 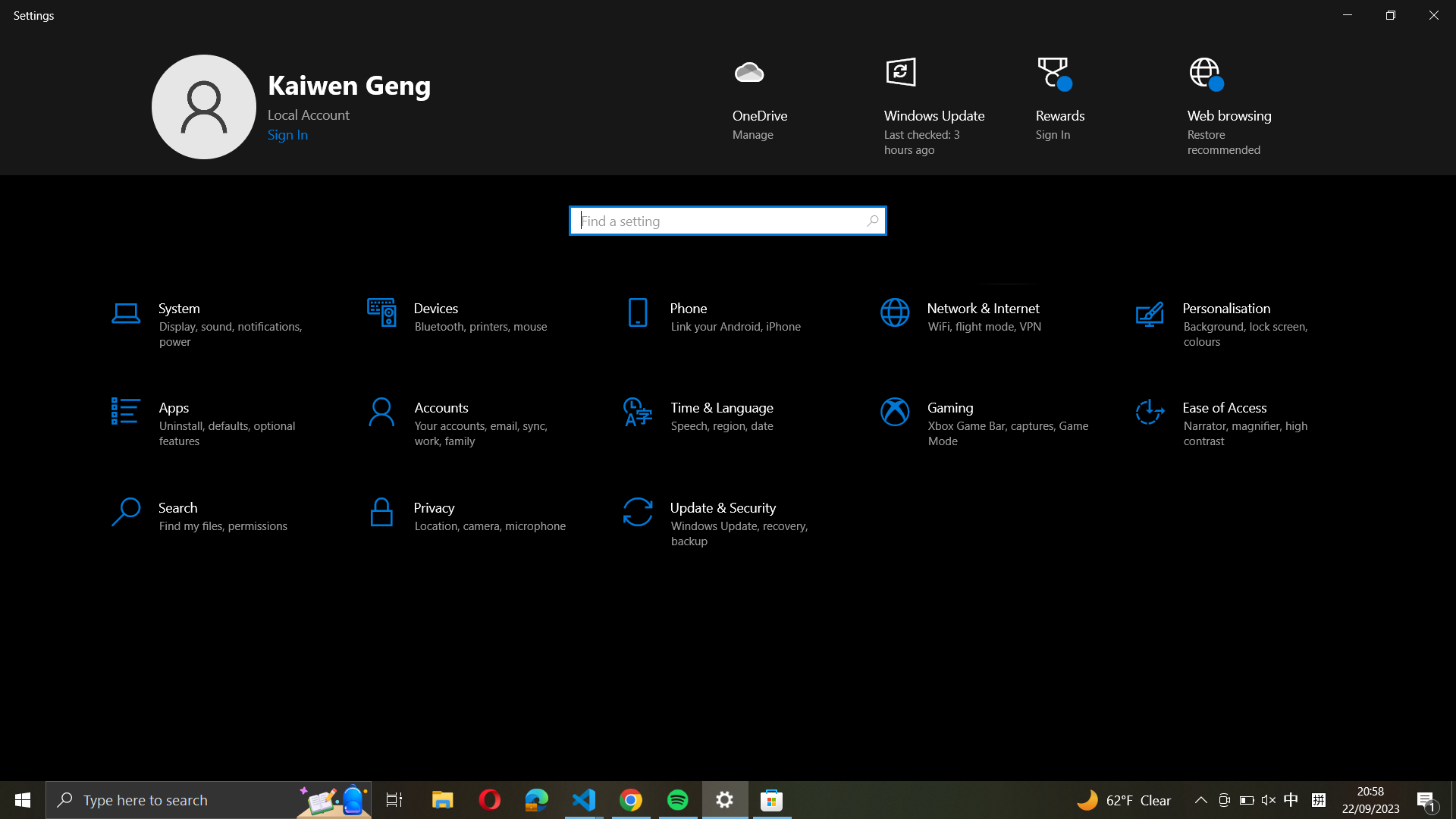 What do you see at coordinates (726, 219) in the screenshot?
I see `"Windows Hello" by searching, selecting the first result using keyboard arrows and entering` at bounding box center [726, 219].